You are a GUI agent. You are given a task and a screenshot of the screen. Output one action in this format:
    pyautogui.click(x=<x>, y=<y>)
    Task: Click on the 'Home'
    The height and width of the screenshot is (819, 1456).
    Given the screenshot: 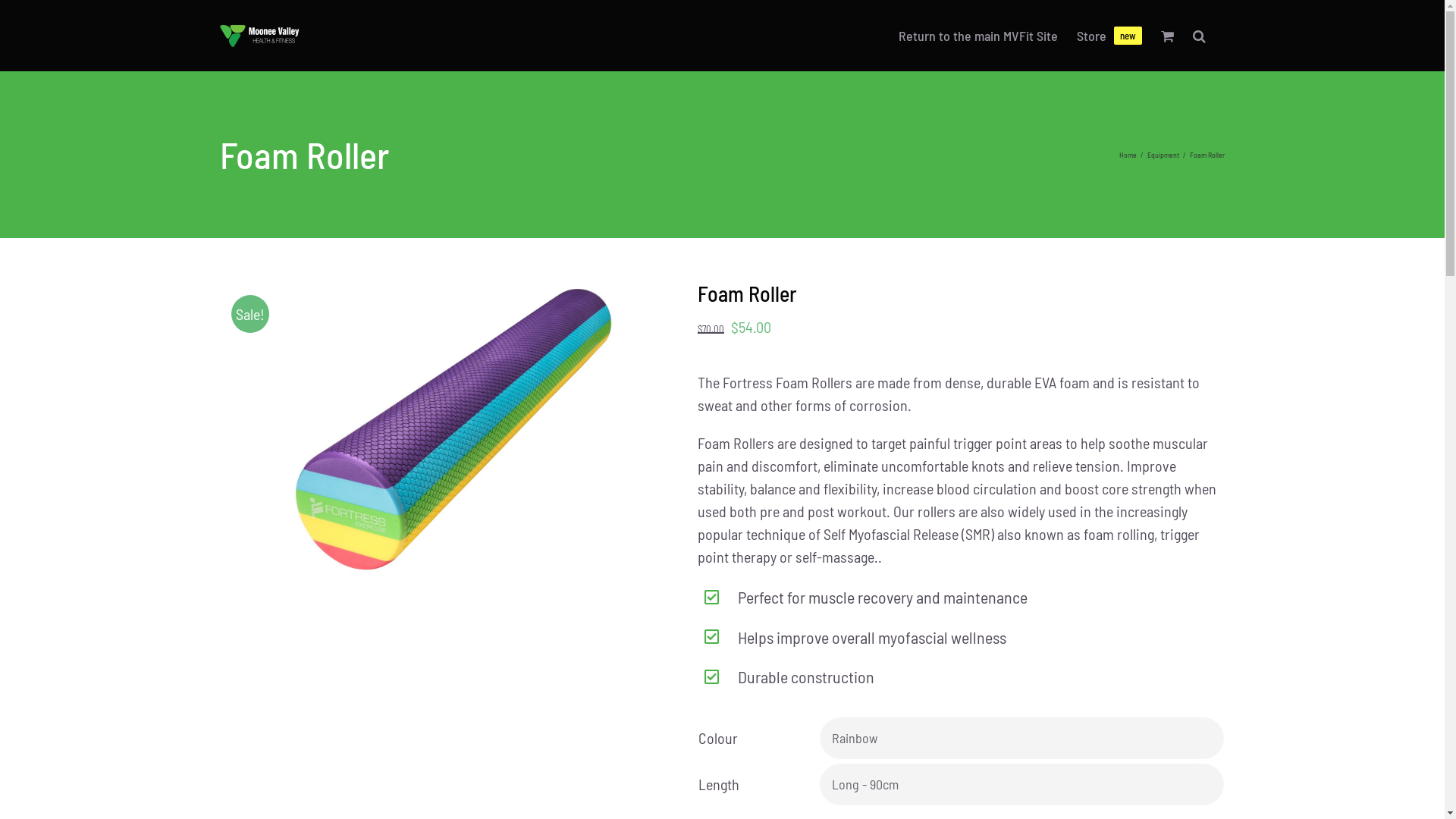 What is the action you would take?
    pyautogui.click(x=1128, y=155)
    